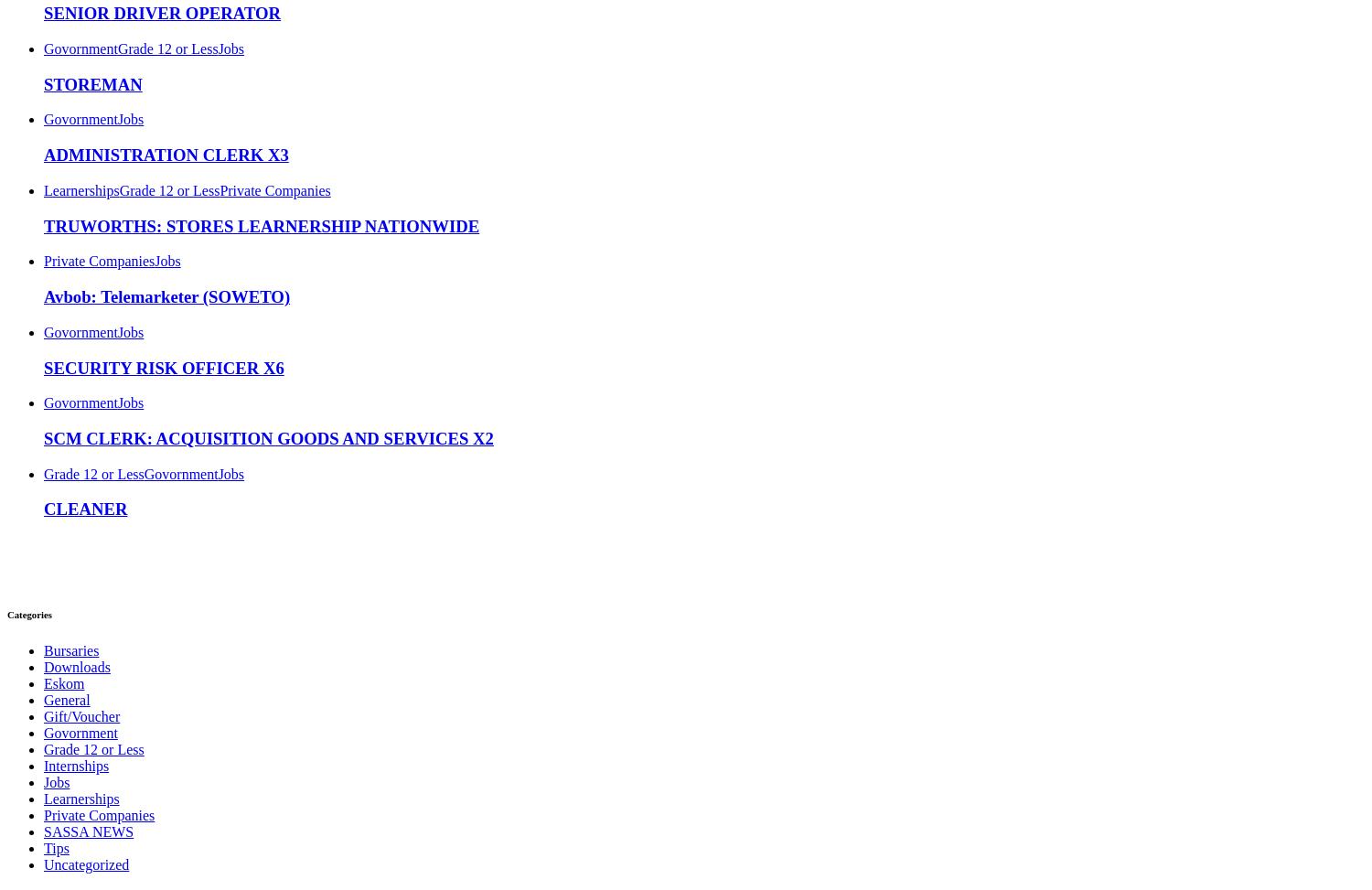  What do you see at coordinates (80, 715) in the screenshot?
I see `'Gift/Voucher'` at bounding box center [80, 715].